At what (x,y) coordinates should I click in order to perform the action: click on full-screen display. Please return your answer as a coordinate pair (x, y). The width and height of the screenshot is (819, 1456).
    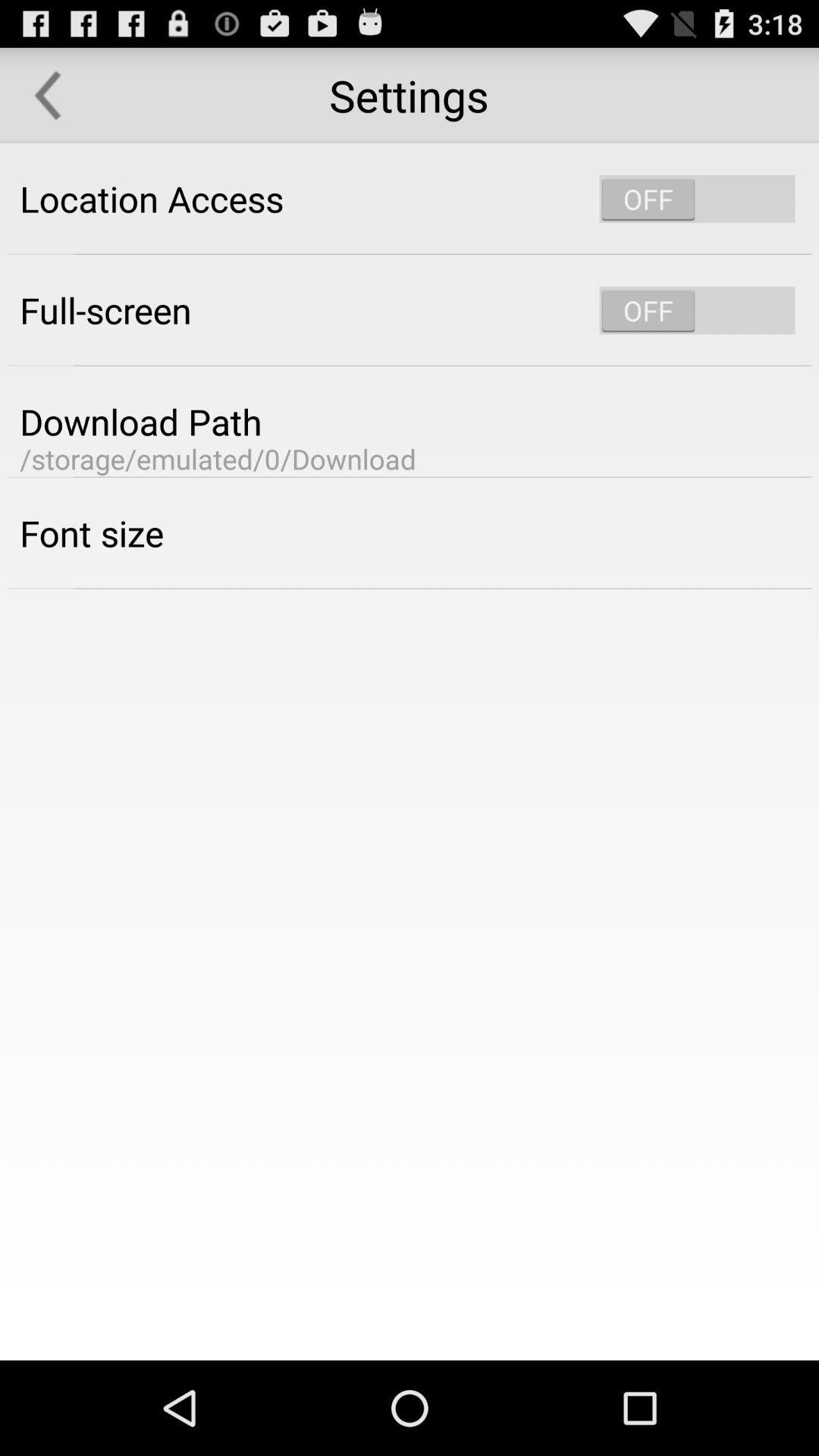
    Looking at the image, I should click on (697, 309).